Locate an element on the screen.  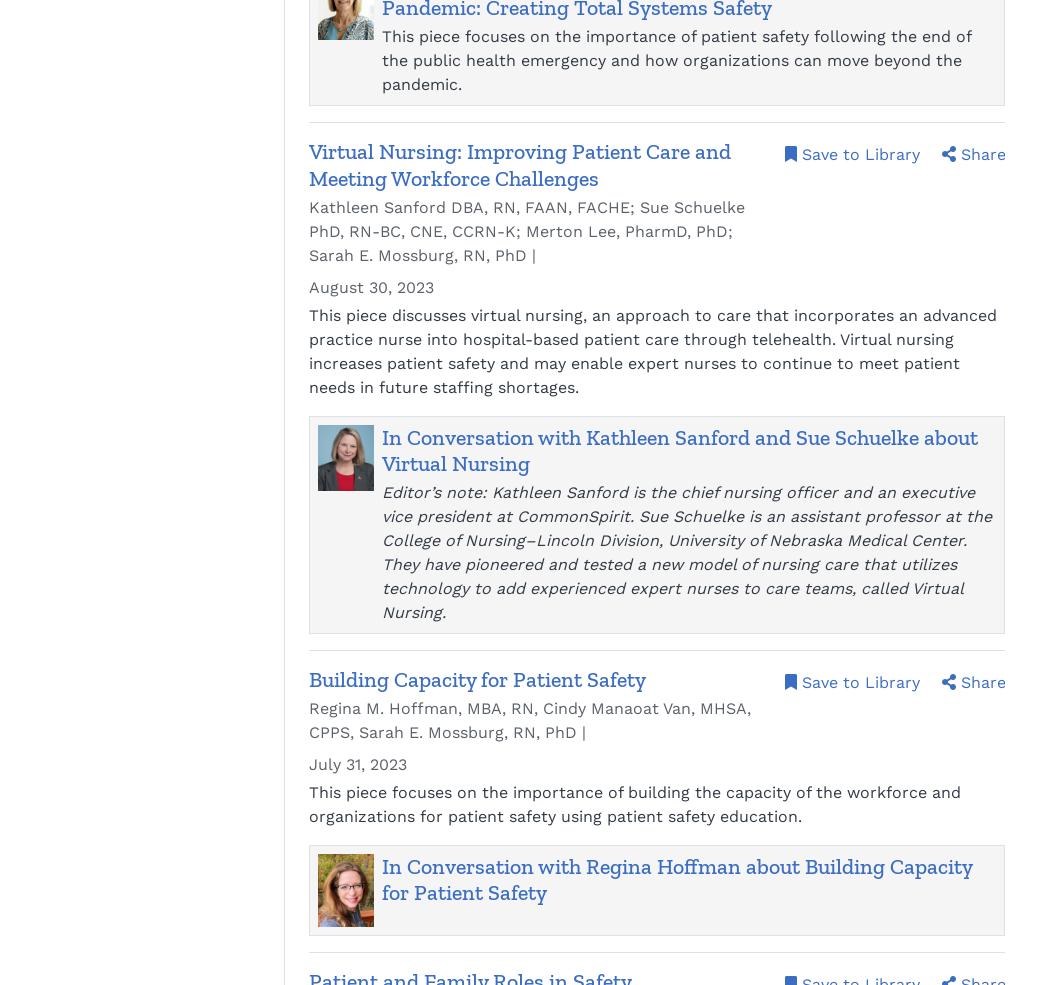
'Regina M. Hoffman, MBA, RN, Cindy Manaoat Van, MHSA, CPPS, Sarah E. Mossburg, RN, PhD
 |' is located at coordinates (529, 720).